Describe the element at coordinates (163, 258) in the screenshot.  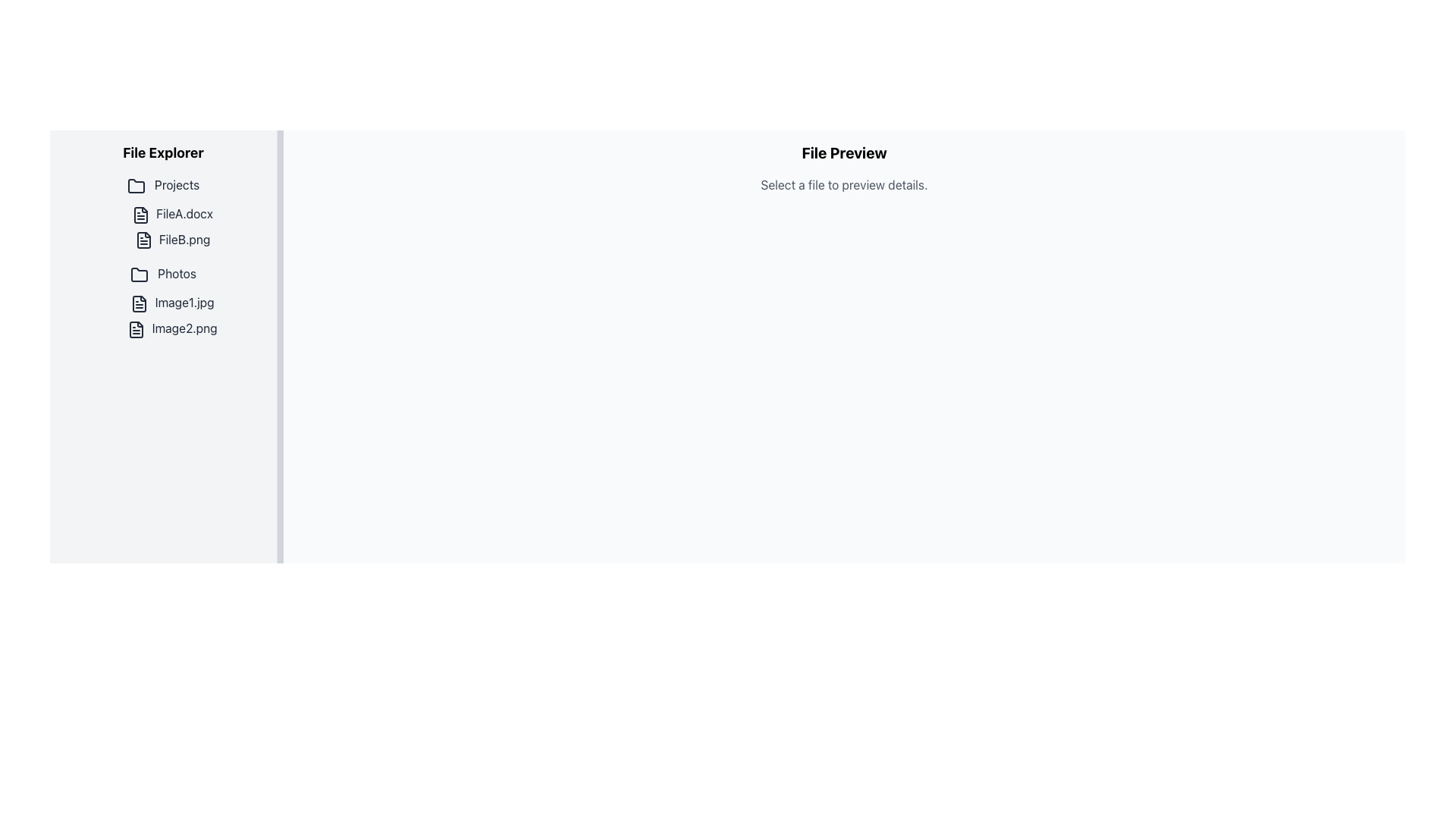
I see `an individual file within the 'Projects' directory in the File Explorer section` at that location.